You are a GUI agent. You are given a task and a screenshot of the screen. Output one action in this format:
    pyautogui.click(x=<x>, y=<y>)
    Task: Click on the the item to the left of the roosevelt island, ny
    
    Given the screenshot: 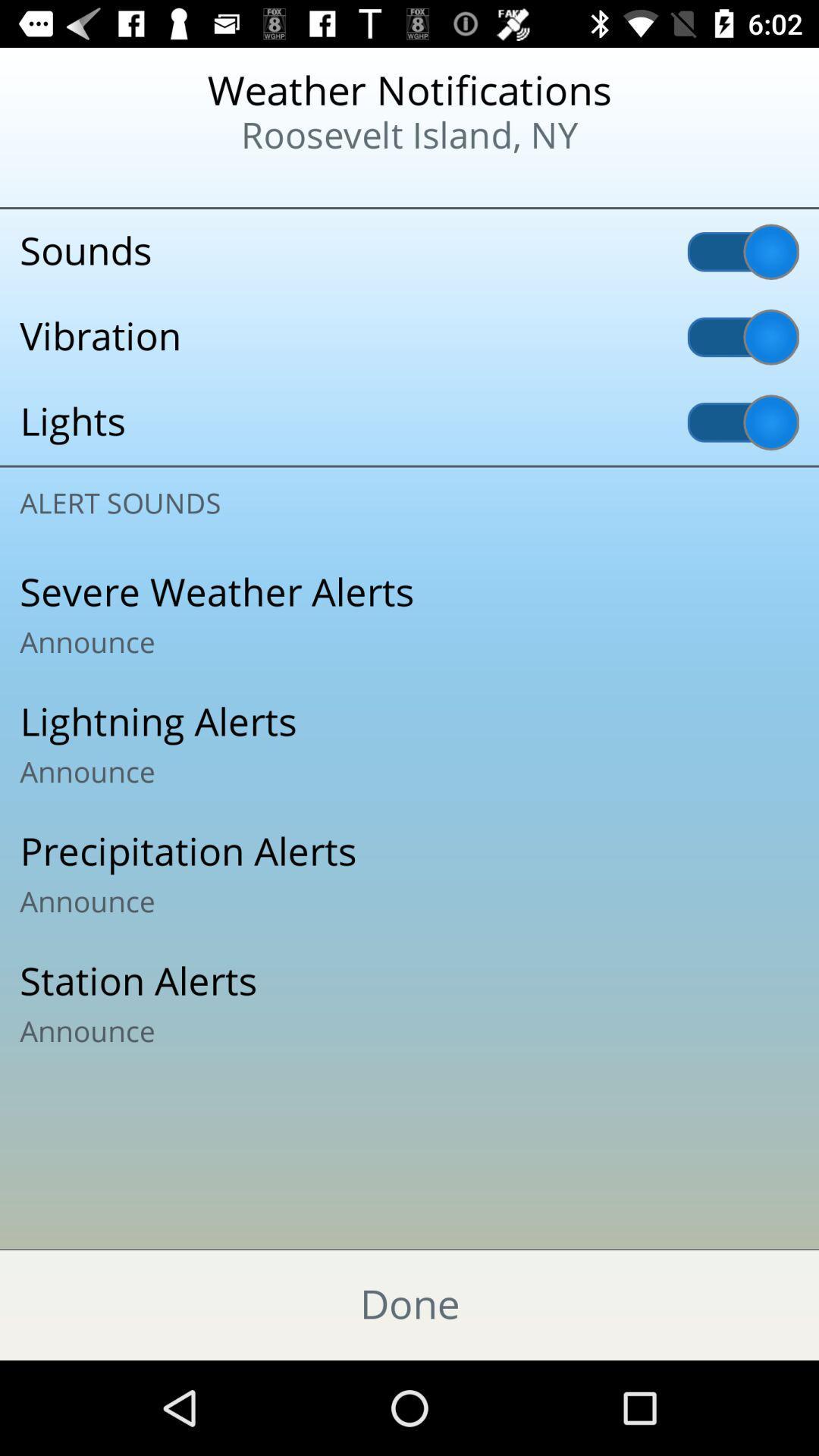 What is the action you would take?
    pyautogui.click(x=99, y=182)
    